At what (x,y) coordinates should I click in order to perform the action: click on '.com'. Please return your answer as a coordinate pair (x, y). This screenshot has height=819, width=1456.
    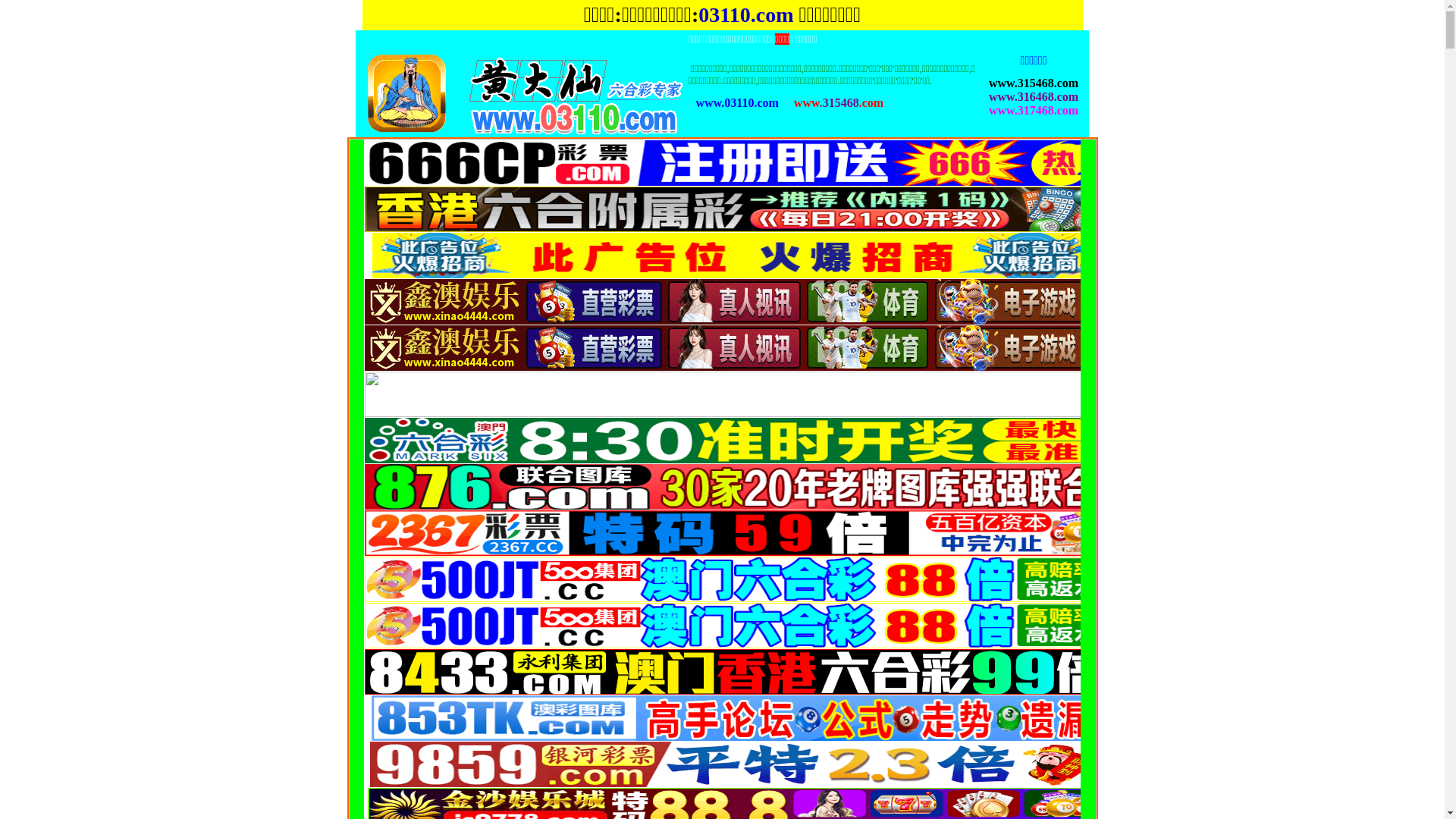
    Looking at the image, I should click on (772, 14).